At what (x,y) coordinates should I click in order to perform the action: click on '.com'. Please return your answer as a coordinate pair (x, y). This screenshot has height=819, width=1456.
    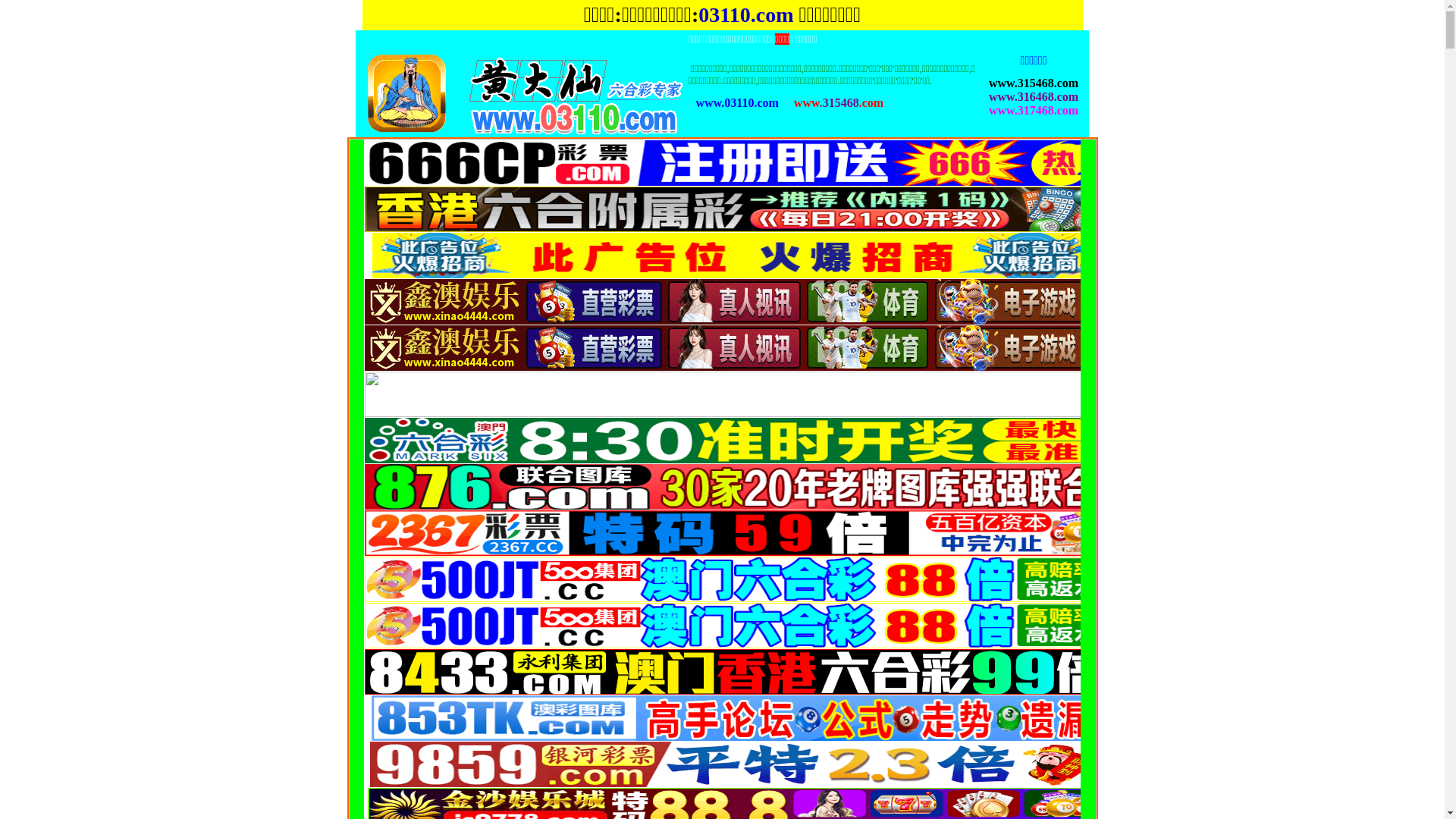
    Looking at the image, I should click on (772, 14).